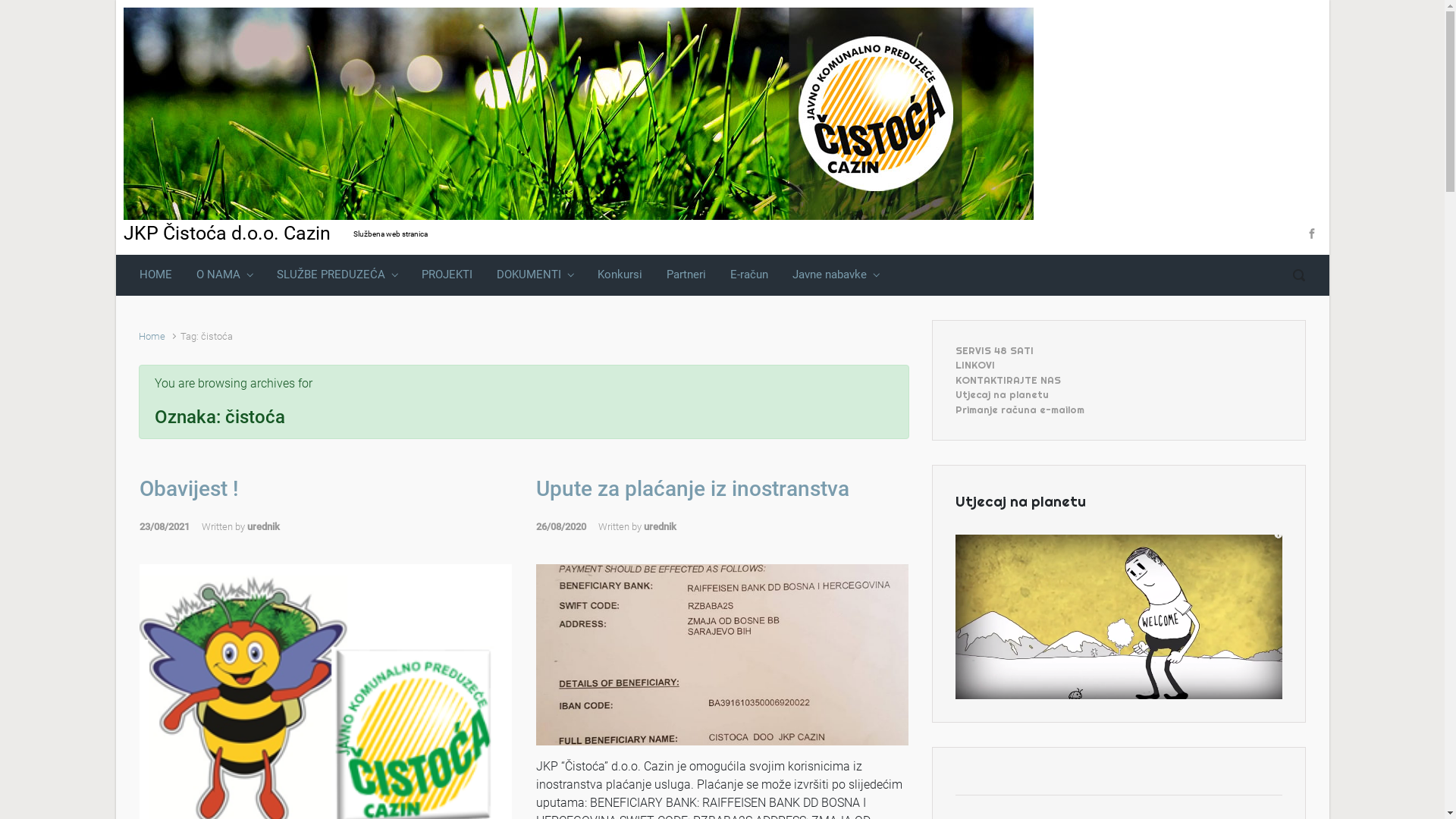 This screenshot has width=1456, height=819. I want to click on '23/08/2021', so click(171, 526).